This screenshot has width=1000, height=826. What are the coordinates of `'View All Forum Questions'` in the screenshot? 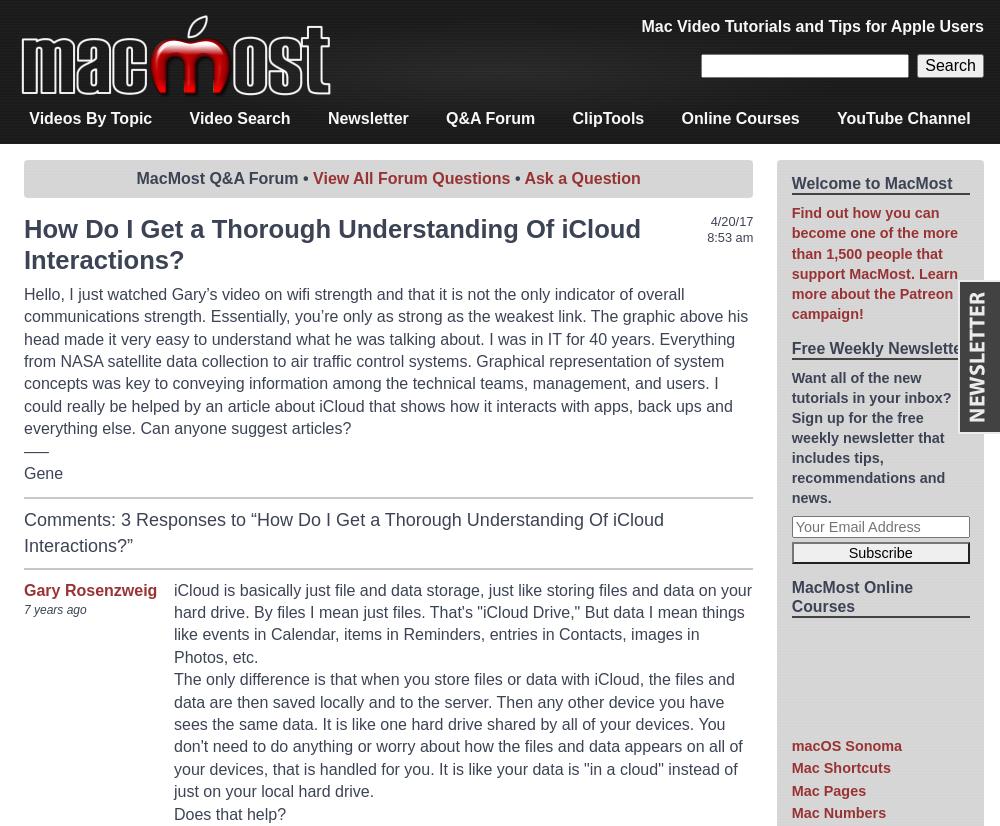 It's located at (411, 177).